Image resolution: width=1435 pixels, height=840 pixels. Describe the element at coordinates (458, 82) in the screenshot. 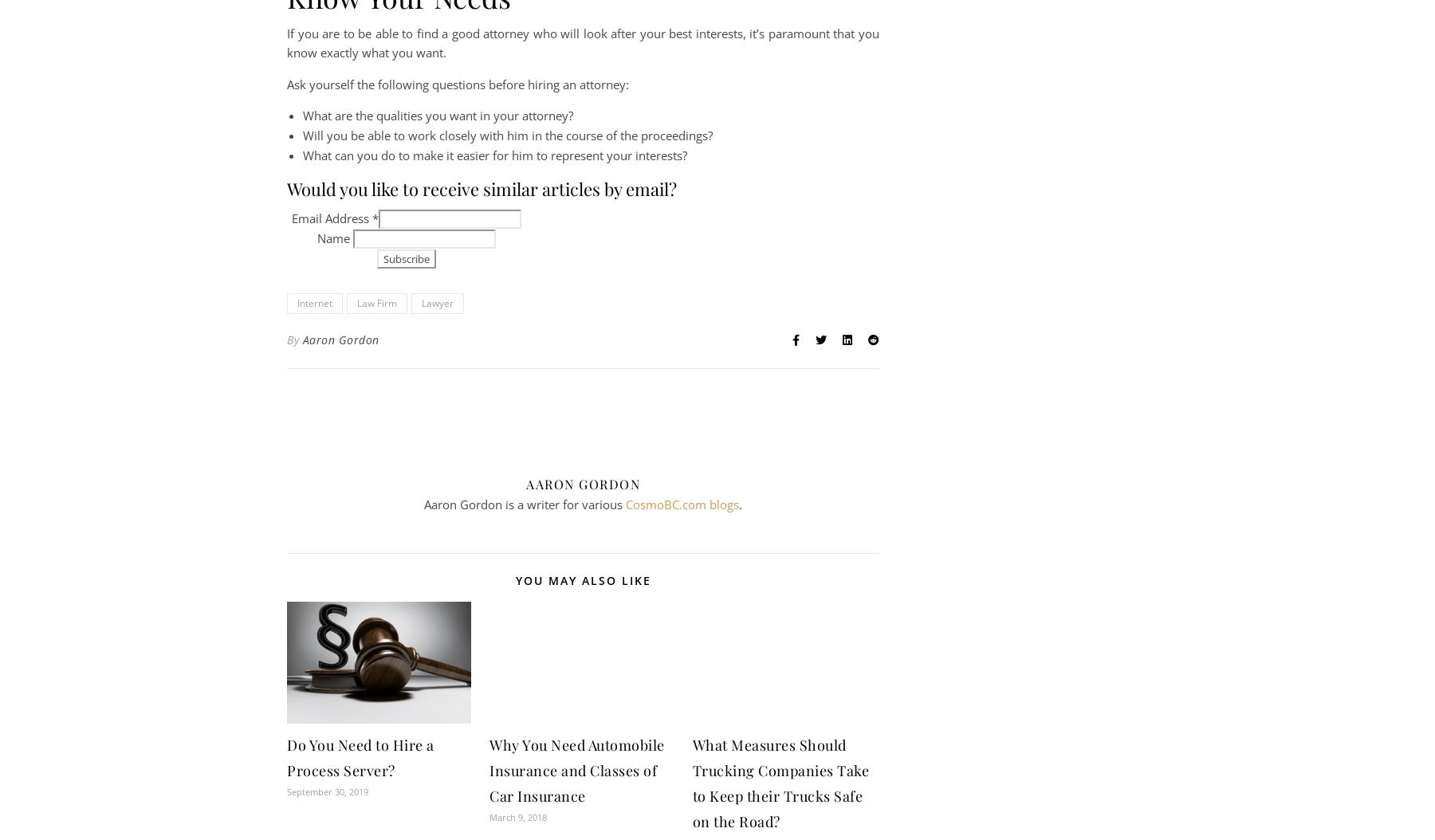

I see `'Ask yourself the following questions before hiring an attorney:'` at that location.